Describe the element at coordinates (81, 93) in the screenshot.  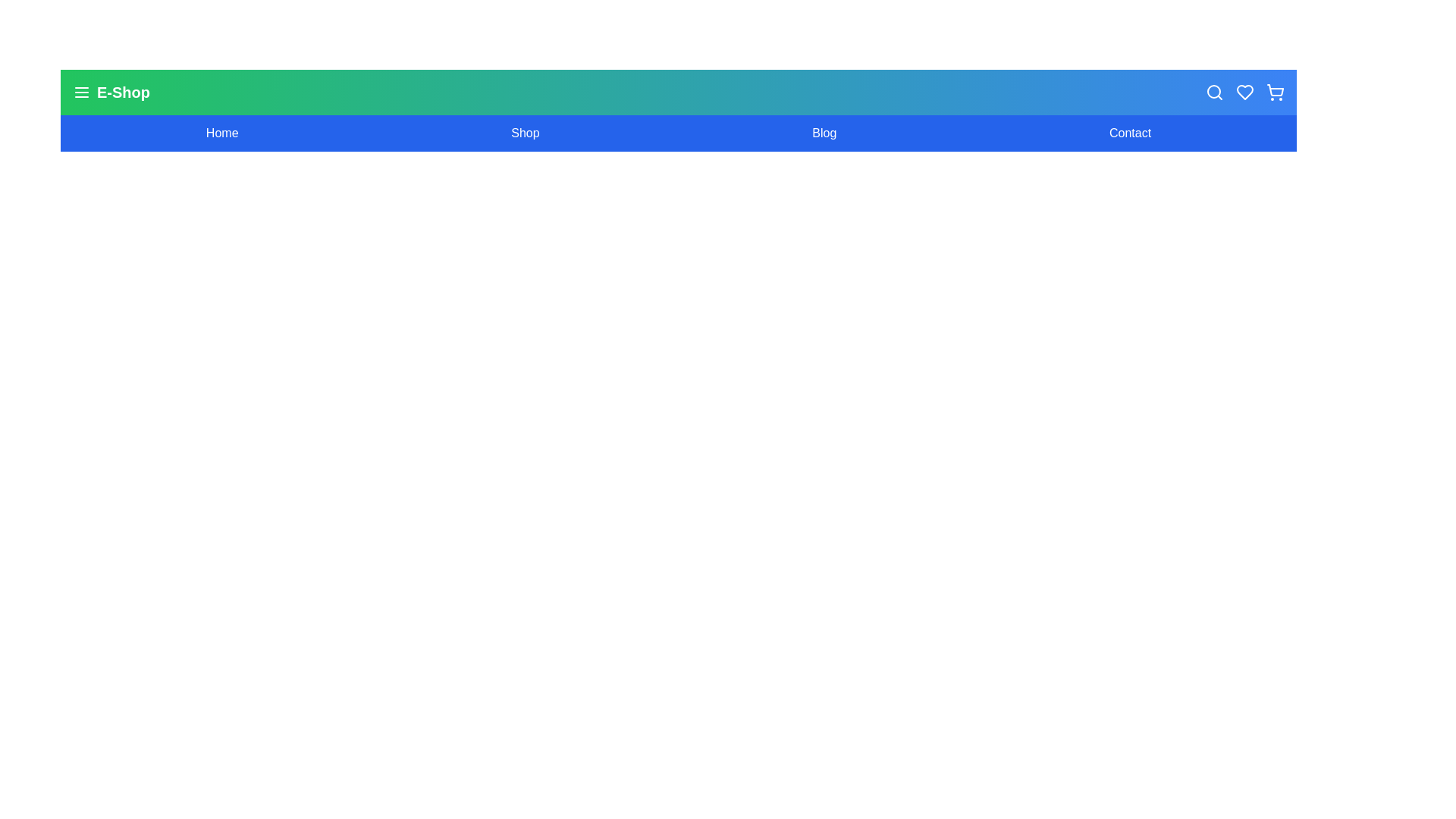
I see `the menu button to toggle the menu visibility` at that location.